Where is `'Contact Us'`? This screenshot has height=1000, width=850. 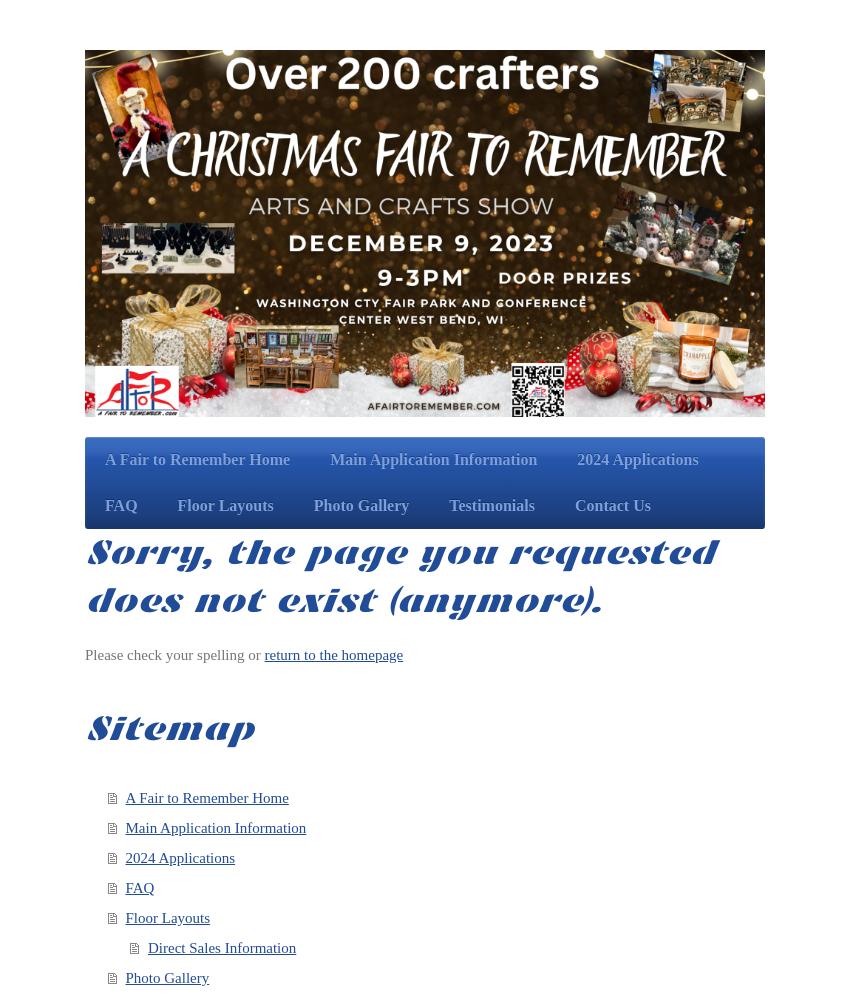 'Contact Us' is located at coordinates (611, 504).